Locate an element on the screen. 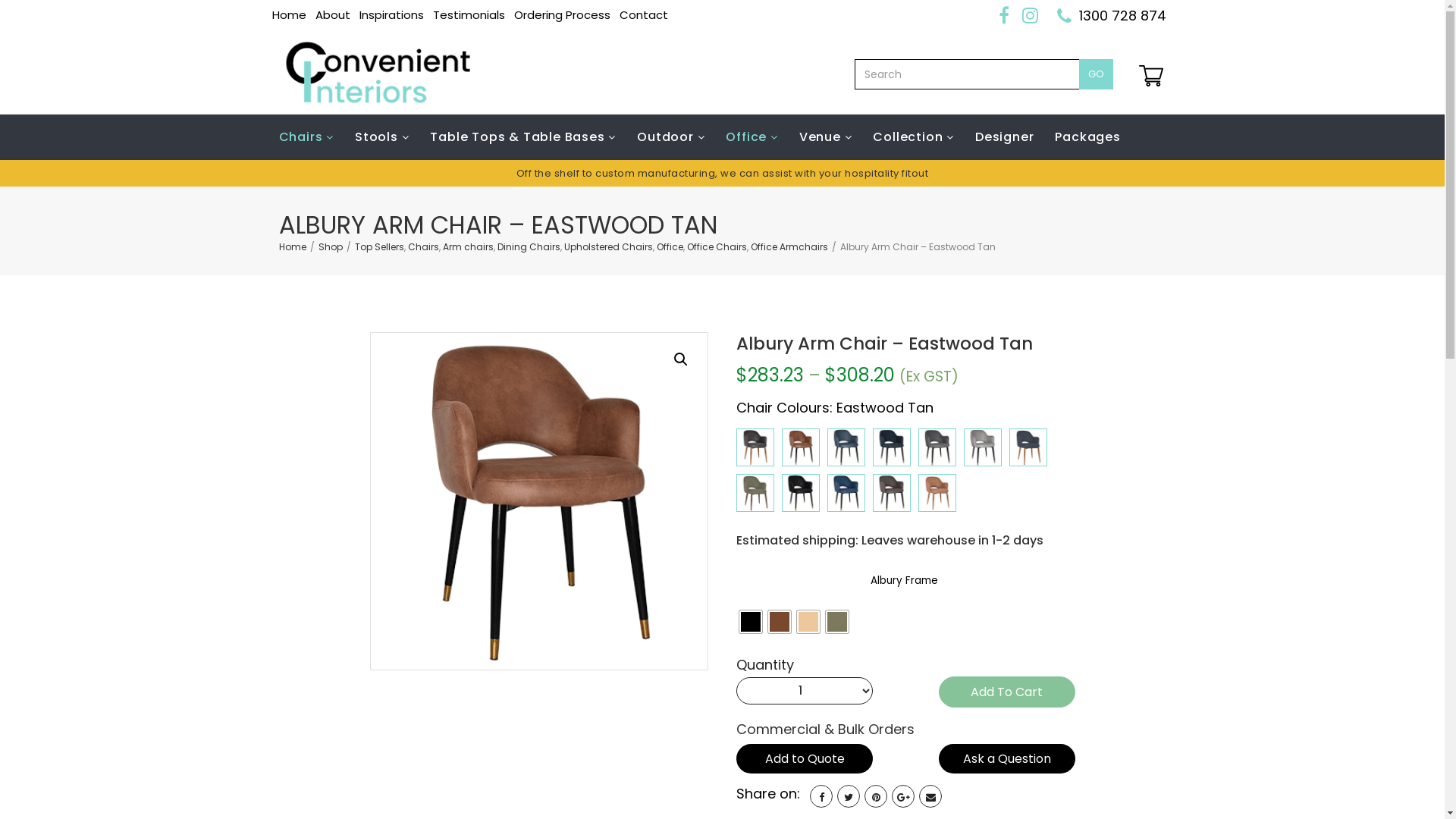 This screenshot has height=819, width=1456. '1300 728 874' is located at coordinates (1077, 15).